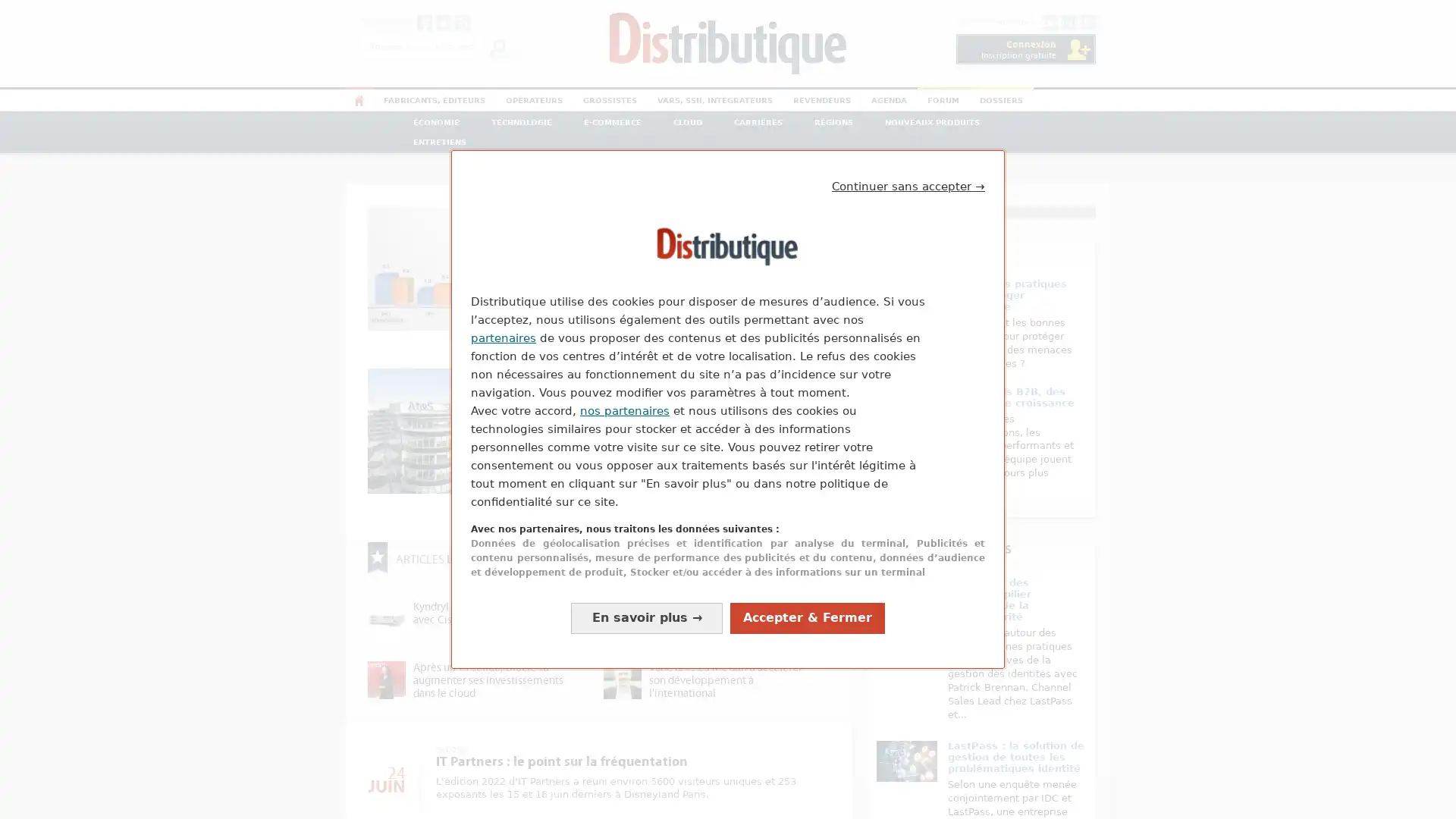 The width and height of the screenshot is (1456, 819). I want to click on Ok, so click(497, 45).